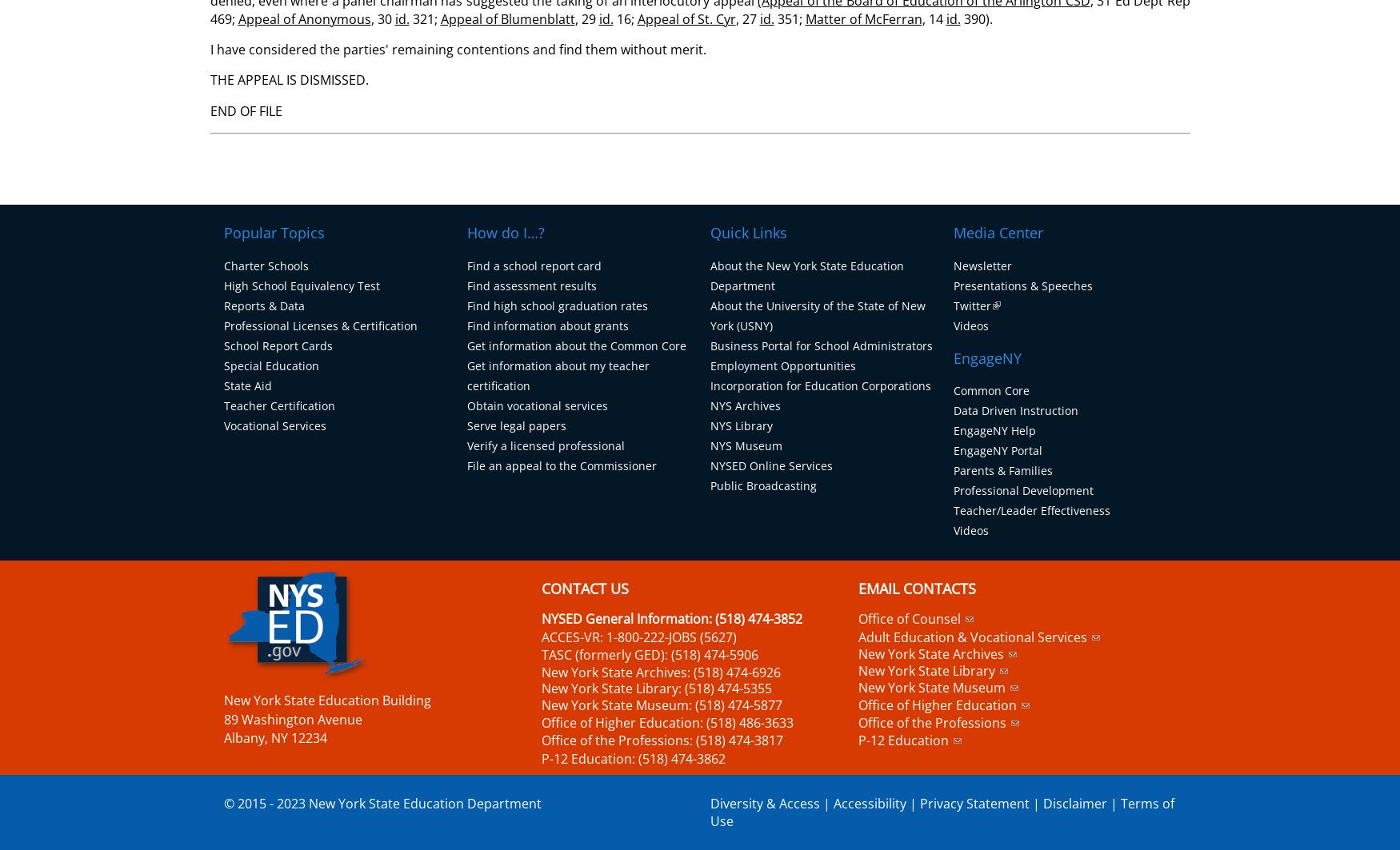  I want to click on 'Privacy Statement', so click(974, 802).